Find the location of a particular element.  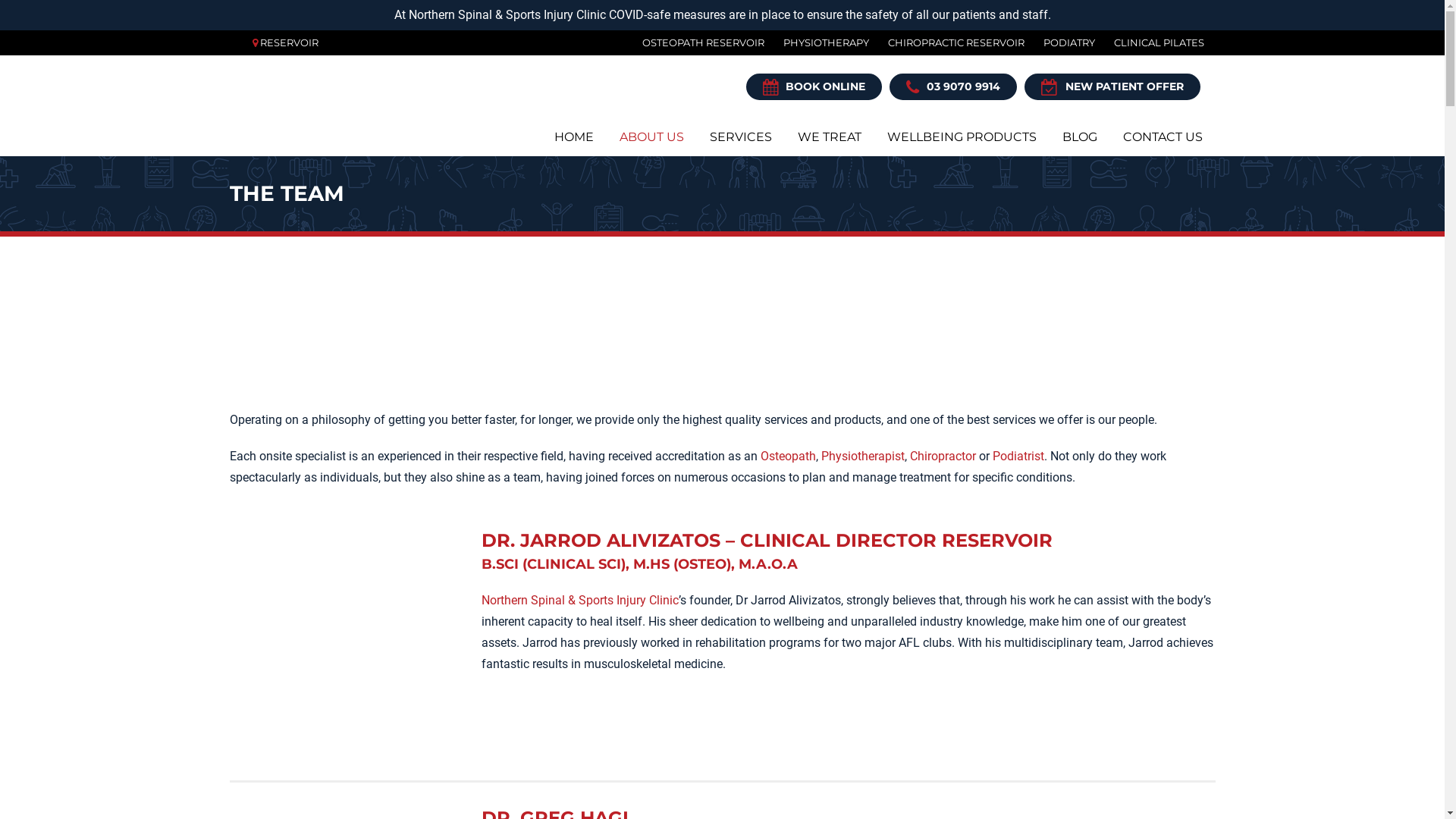

'HOME' is located at coordinates (573, 137).